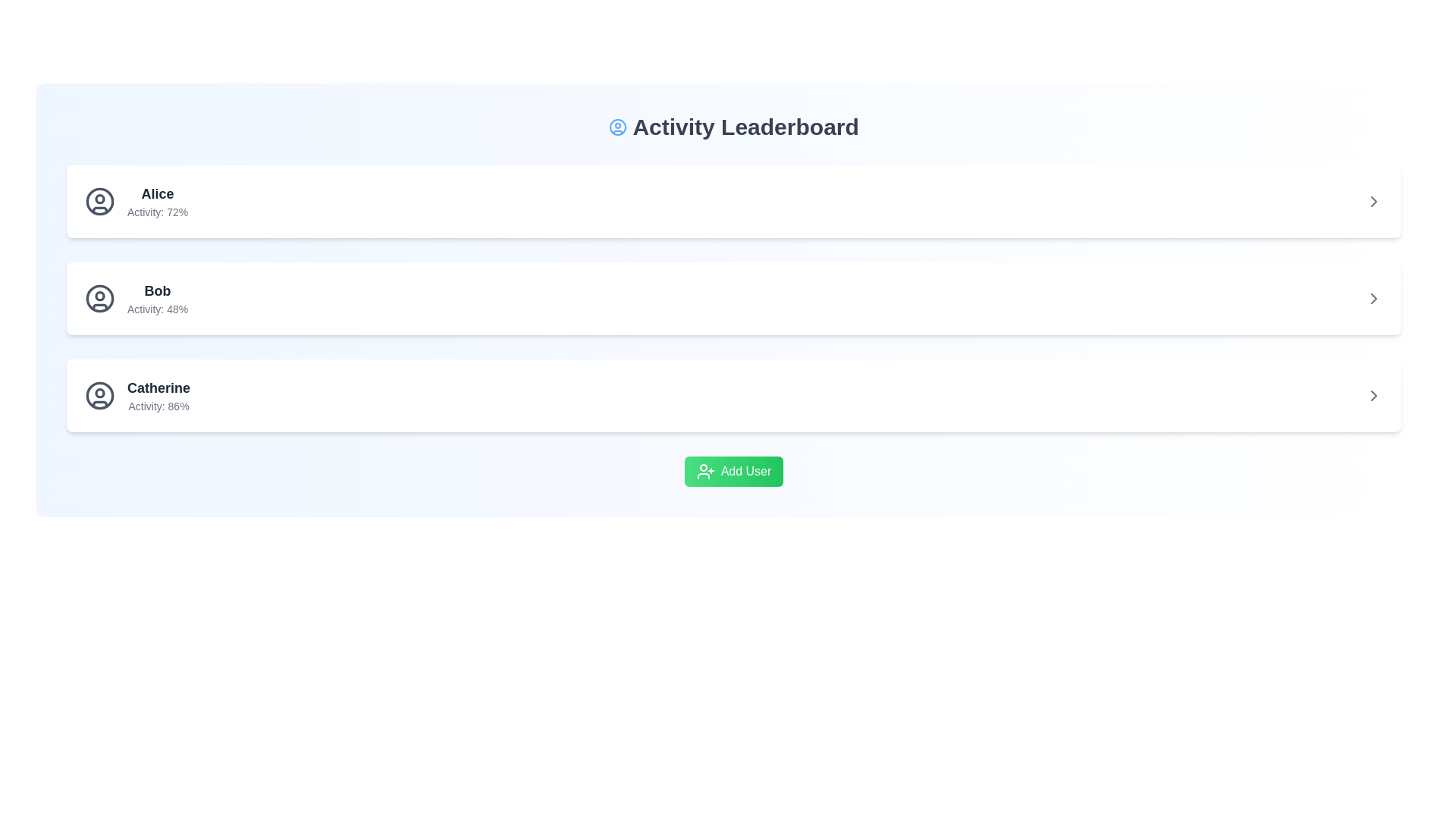 The width and height of the screenshot is (1456, 819). What do you see at coordinates (99, 201) in the screenshot?
I see `the circular SVG shape representing the boundary of Alice's profile icon in the leaderboard` at bounding box center [99, 201].